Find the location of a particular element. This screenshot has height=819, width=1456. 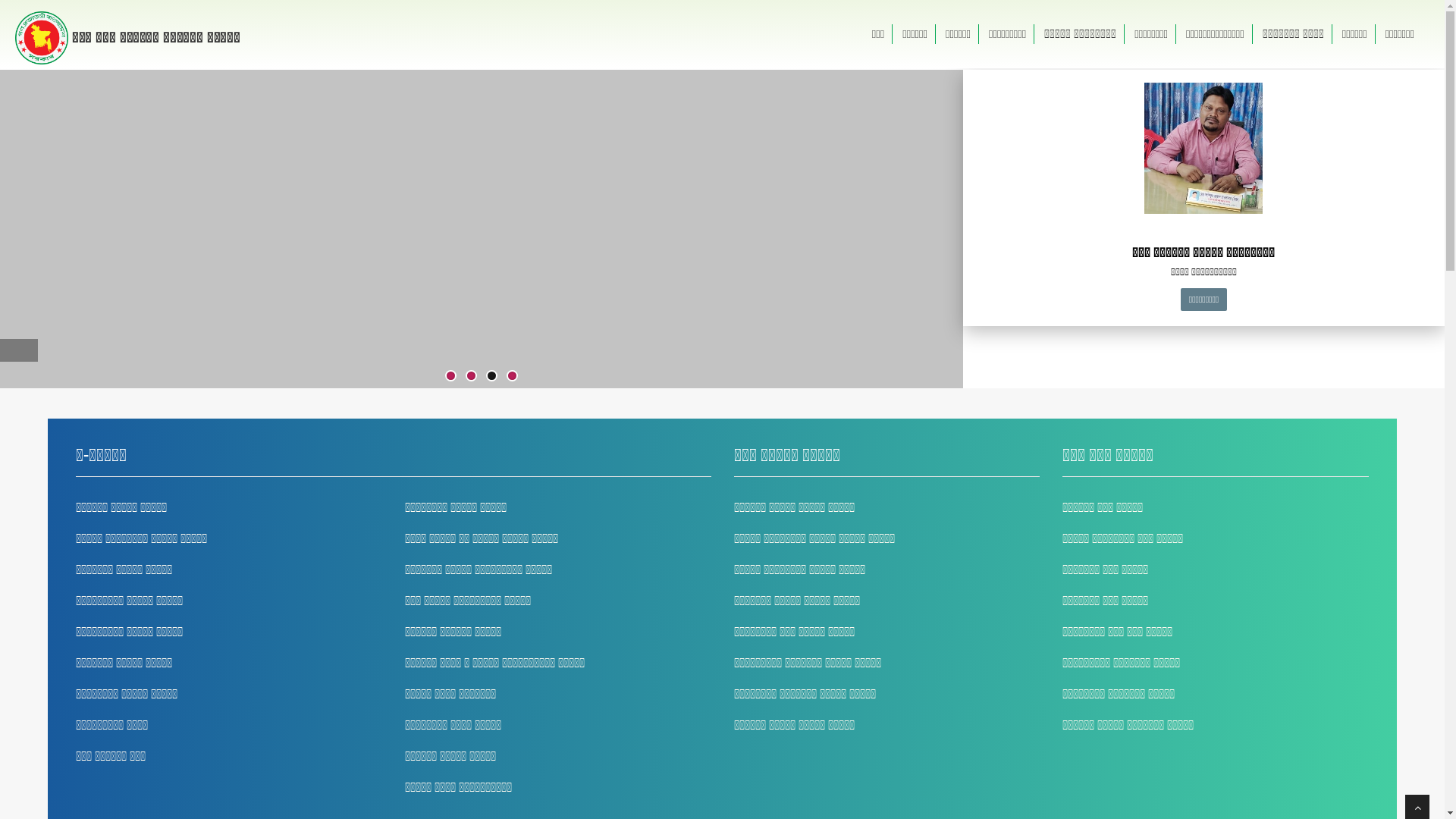

'3' is located at coordinates (491, 375).